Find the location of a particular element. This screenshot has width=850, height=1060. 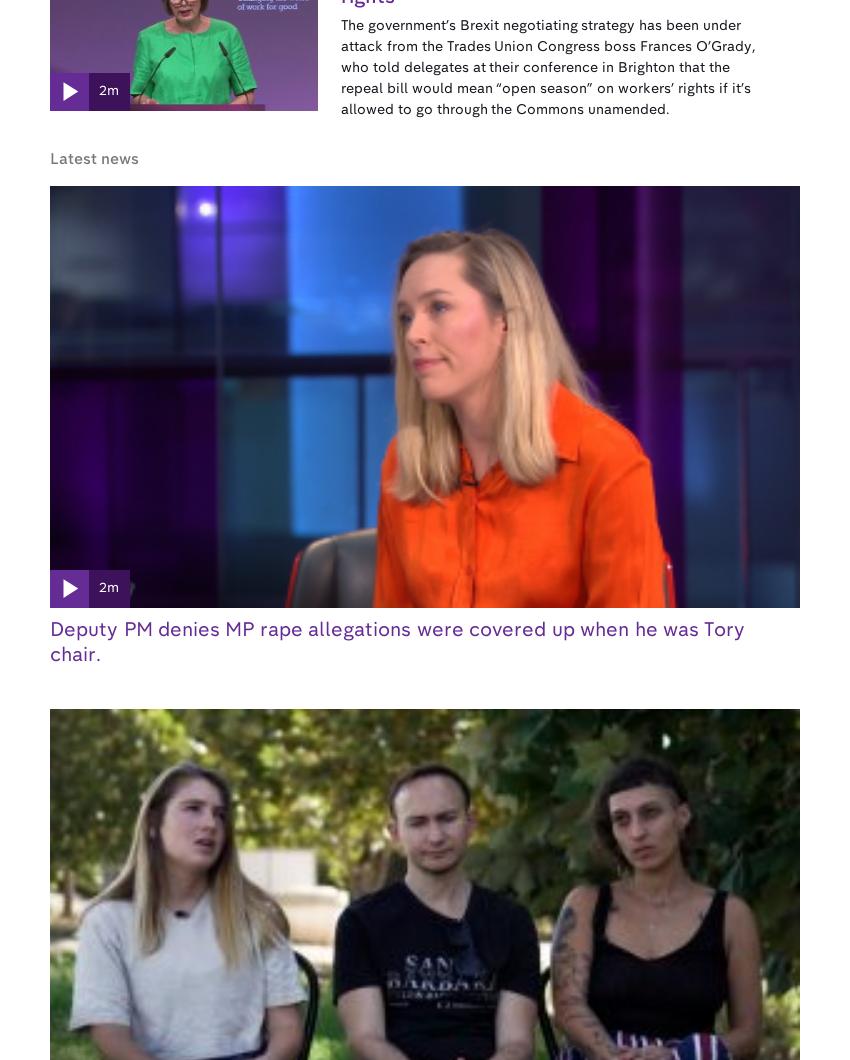

'Distribution' is located at coordinates (438, 846).